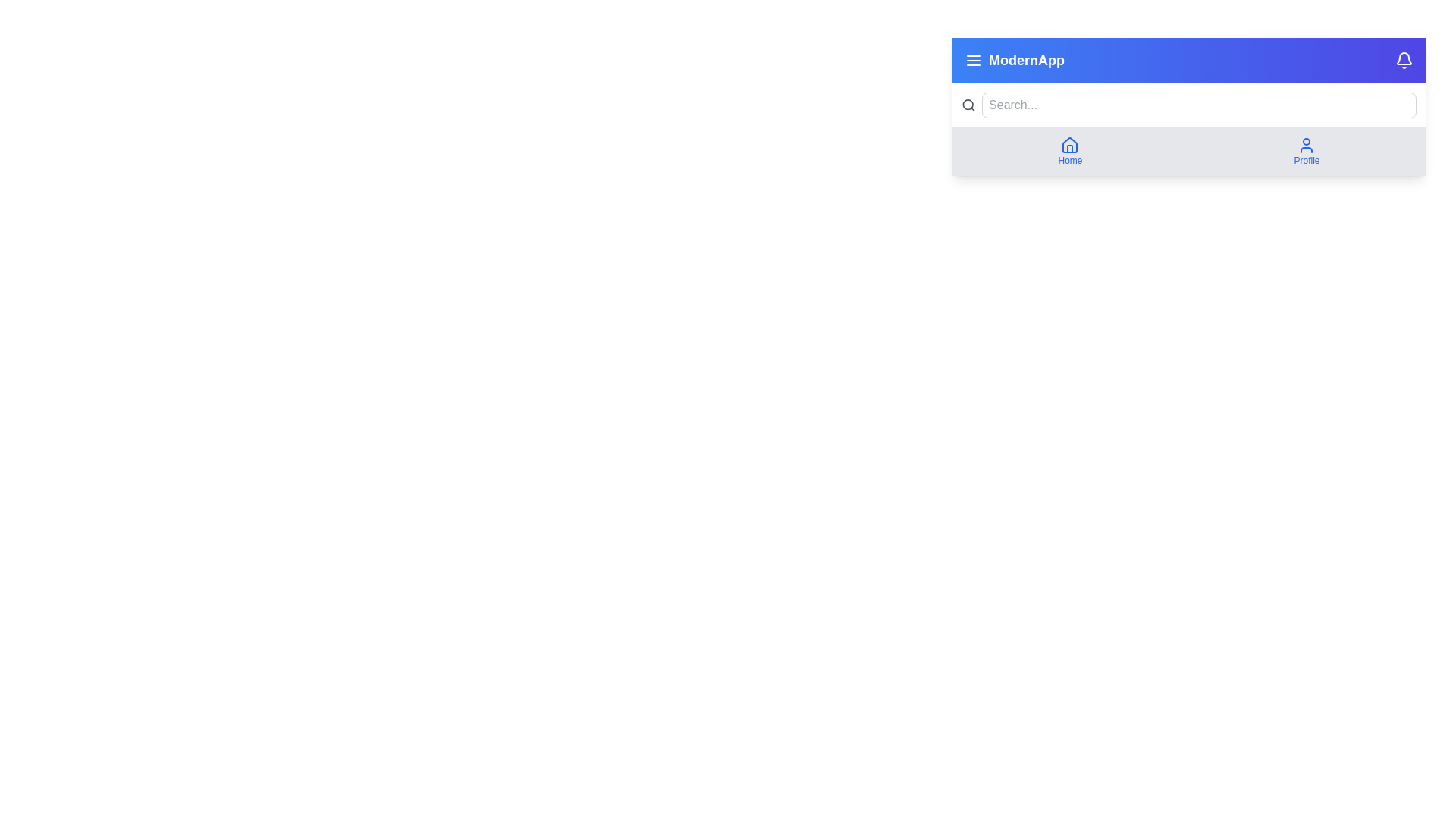 The image size is (1456, 819). What do you see at coordinates (1404, 60) in the screenshot?
I see `the notification bell icon located in the top-right corner of the header` at bounding box center [1404, 60].